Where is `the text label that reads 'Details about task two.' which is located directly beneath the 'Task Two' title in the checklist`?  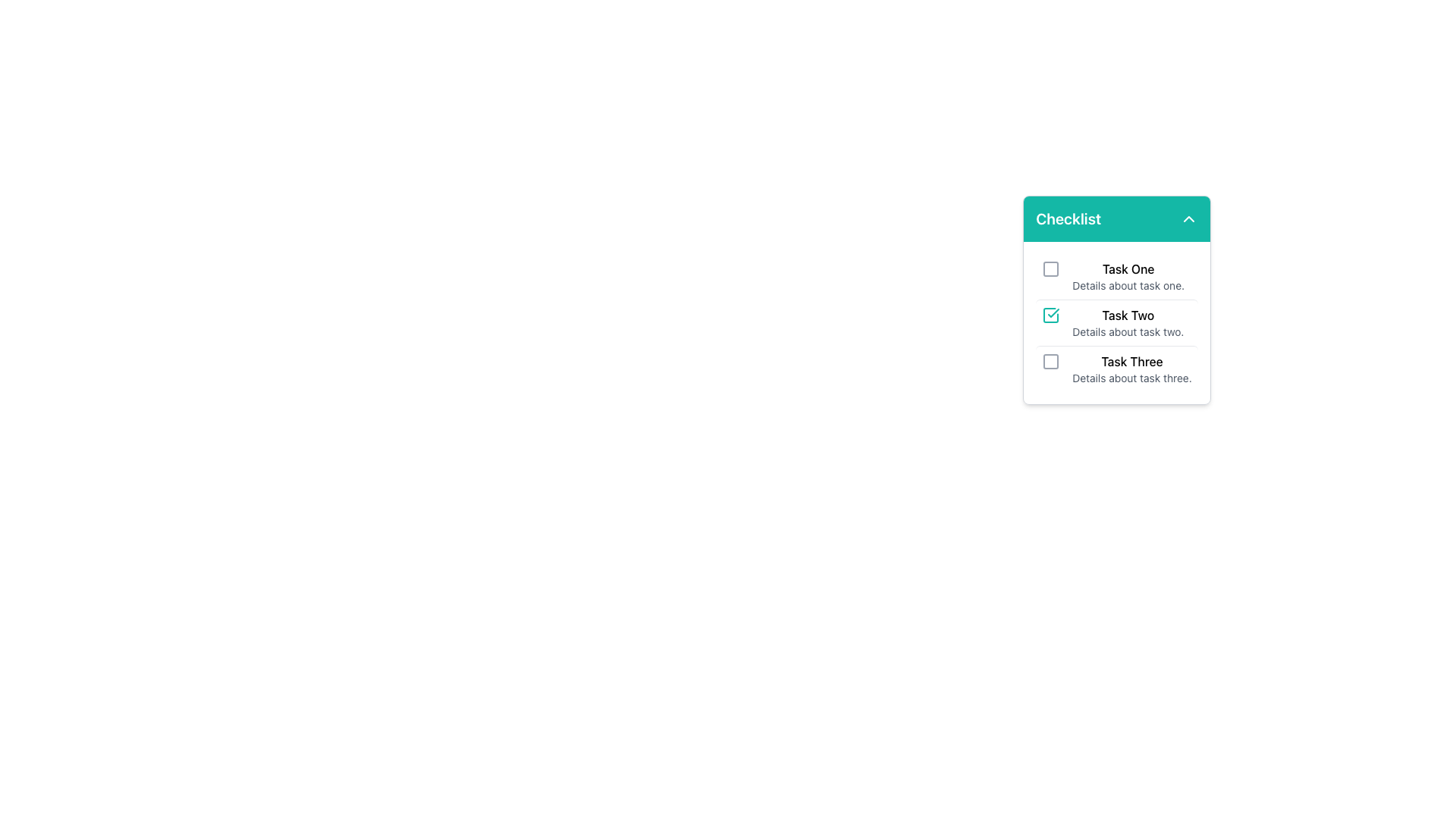
the text label that reads 'Details about task two.' which is located directly beneath the 'Task Two' title in the checklist is located at coordinates (1128, 331).